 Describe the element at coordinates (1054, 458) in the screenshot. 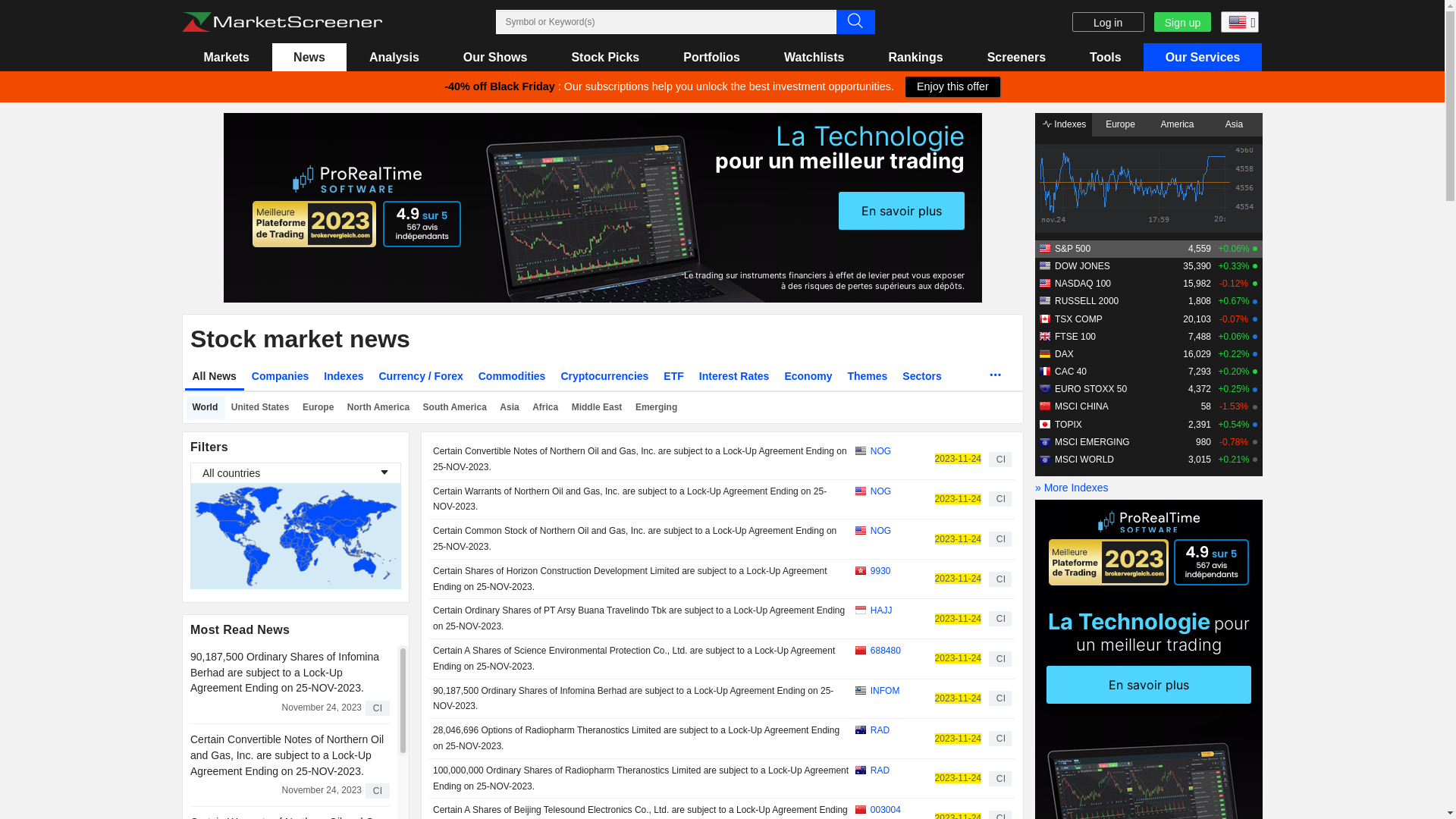

I see `'MSCI WORLD'` at that location.